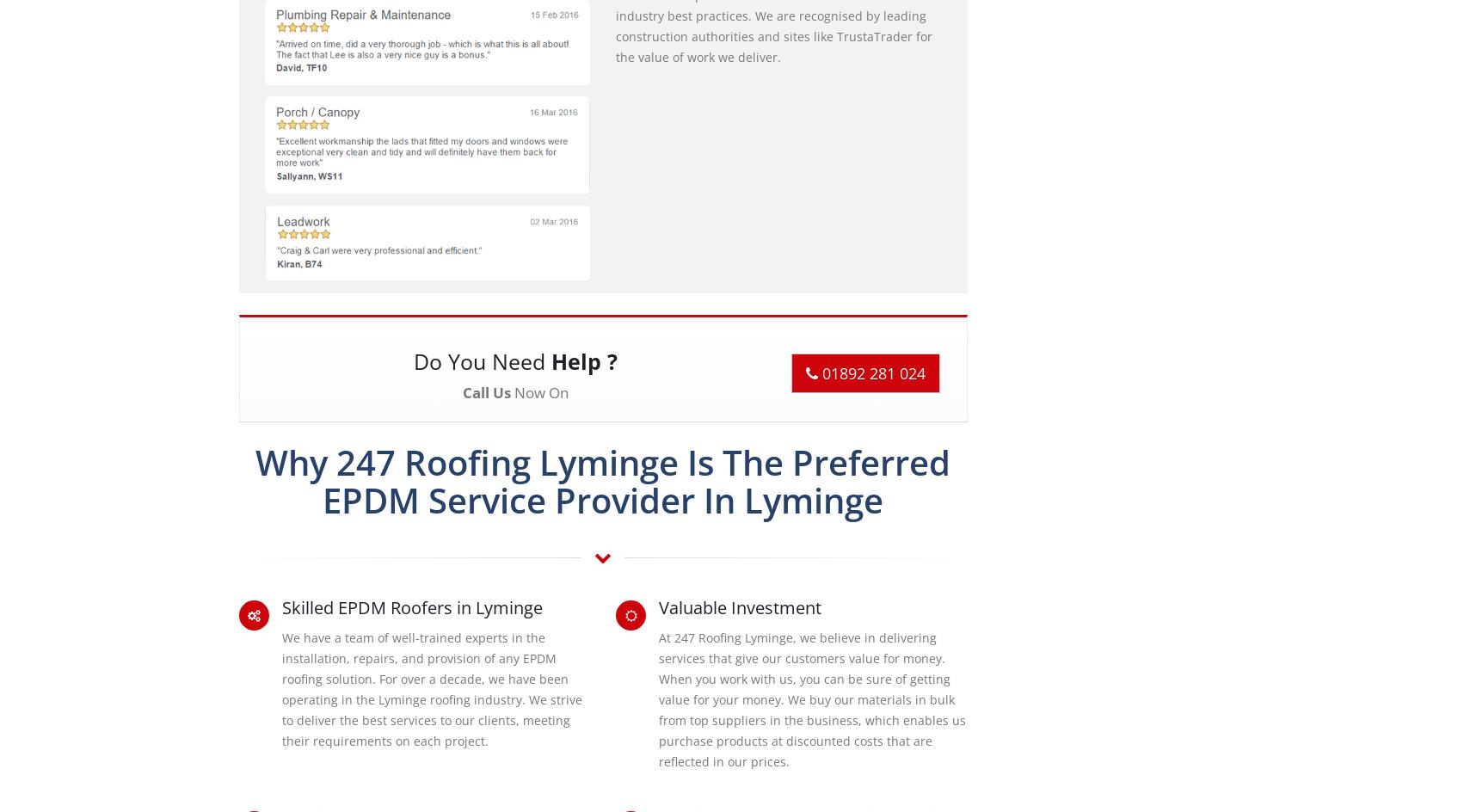 Image resolution: width=1458 pixels, height=812 pixels. Describe the element at coordinates (739, 606) in the screenshot. I see `'Valuable Investment'` at that location.